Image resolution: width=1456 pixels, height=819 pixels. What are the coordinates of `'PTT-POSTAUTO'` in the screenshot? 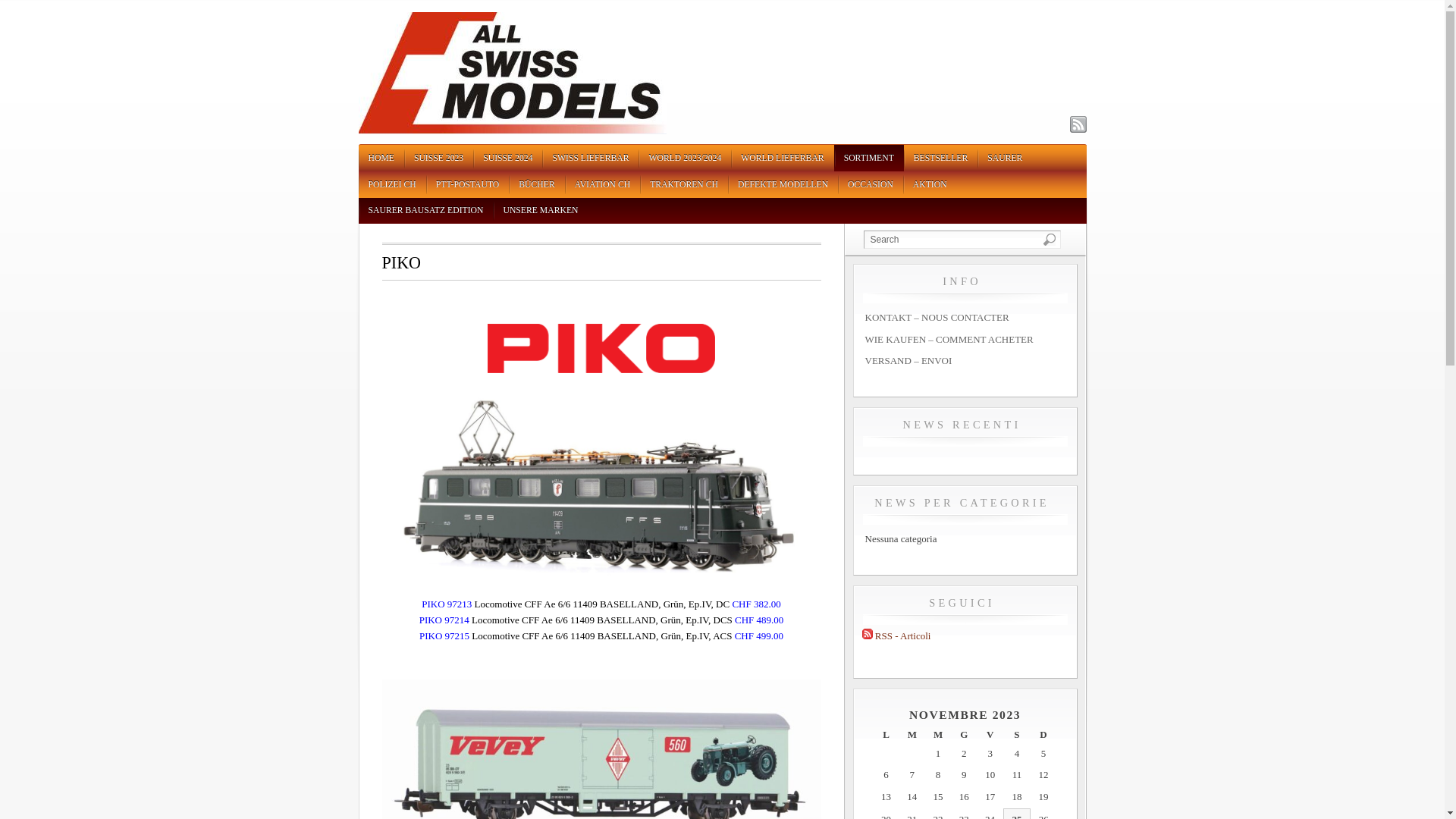 It's located at (467, 184).